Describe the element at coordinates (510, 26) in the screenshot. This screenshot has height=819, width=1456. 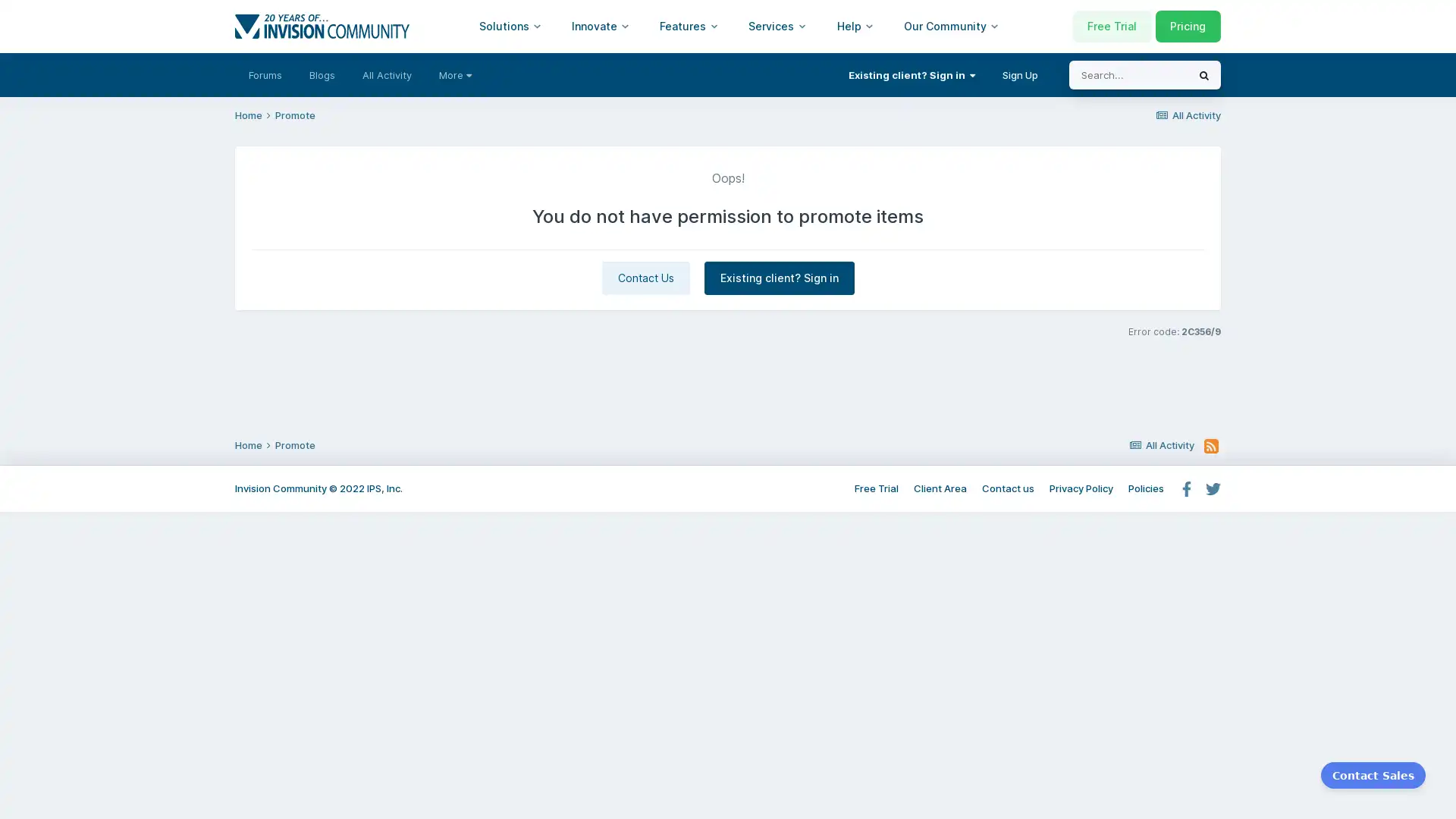
I see `Solutions` at that location.